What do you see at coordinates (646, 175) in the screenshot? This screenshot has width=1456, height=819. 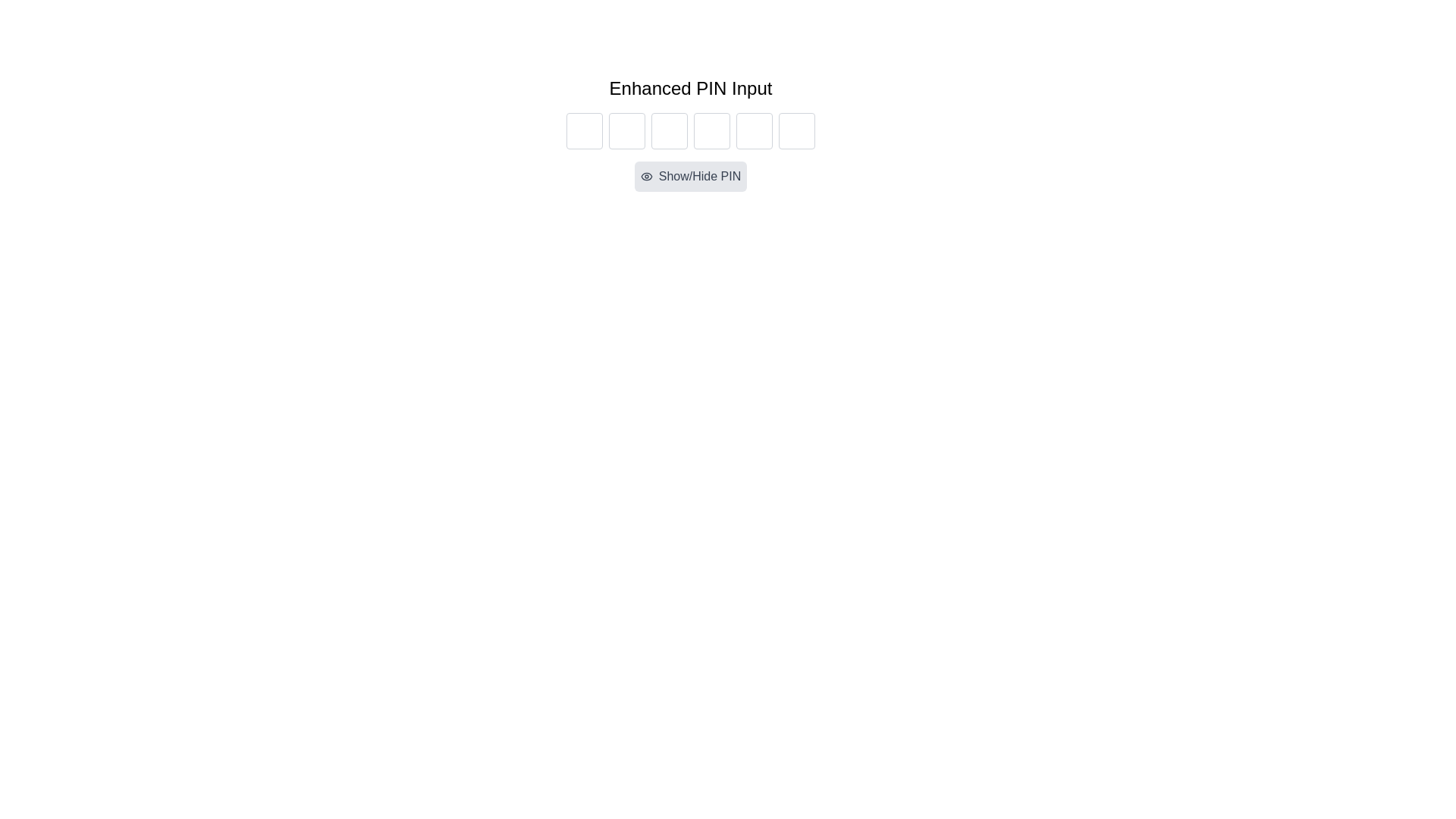 I see `the eye icon within the light gray oval button labeled 'Show/Hide PIN'` at bounding box center [646, 175].